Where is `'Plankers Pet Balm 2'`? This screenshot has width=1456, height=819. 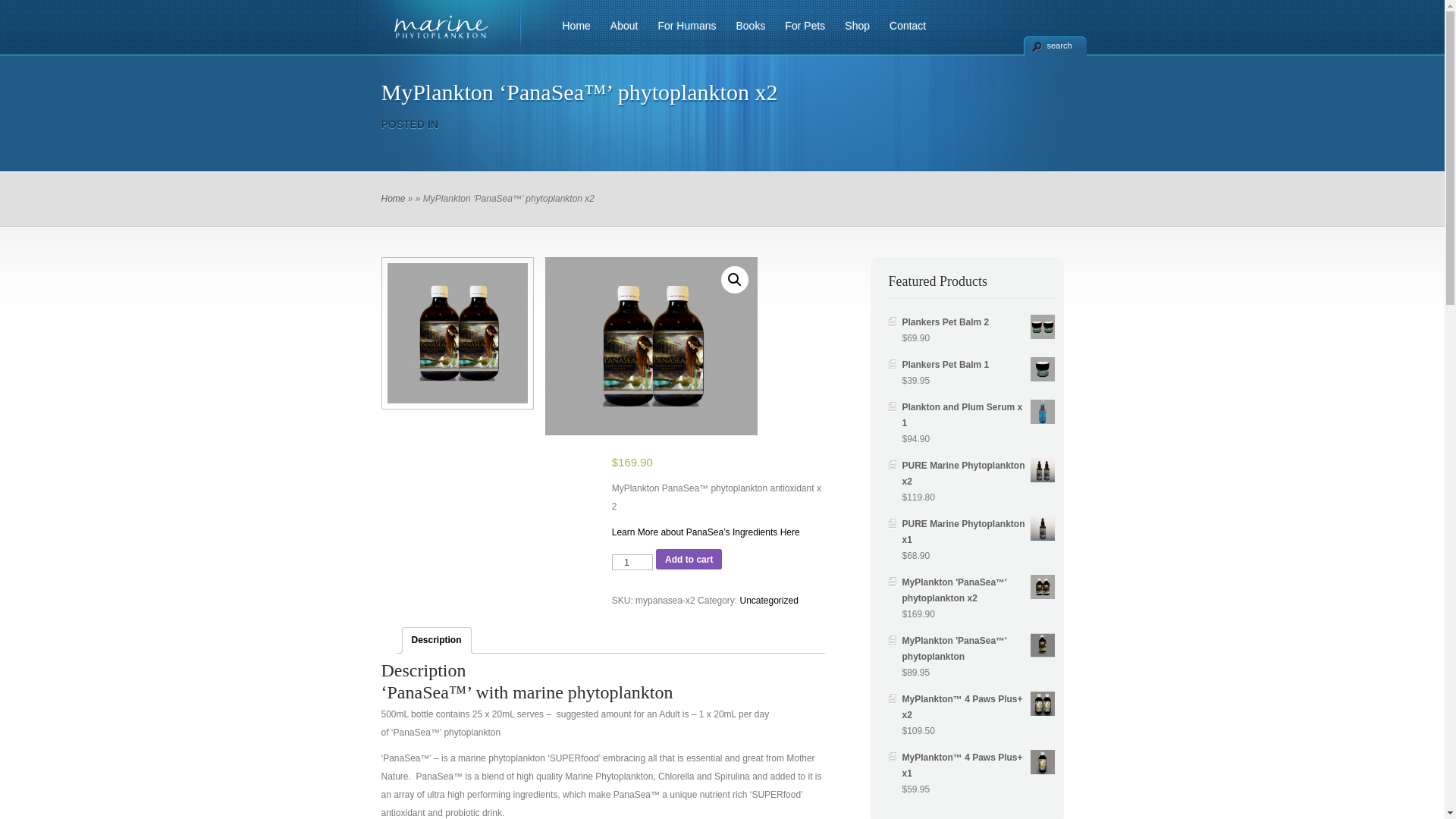 'Plankers Pet Balm 2' is located at coordinates (902, 322).